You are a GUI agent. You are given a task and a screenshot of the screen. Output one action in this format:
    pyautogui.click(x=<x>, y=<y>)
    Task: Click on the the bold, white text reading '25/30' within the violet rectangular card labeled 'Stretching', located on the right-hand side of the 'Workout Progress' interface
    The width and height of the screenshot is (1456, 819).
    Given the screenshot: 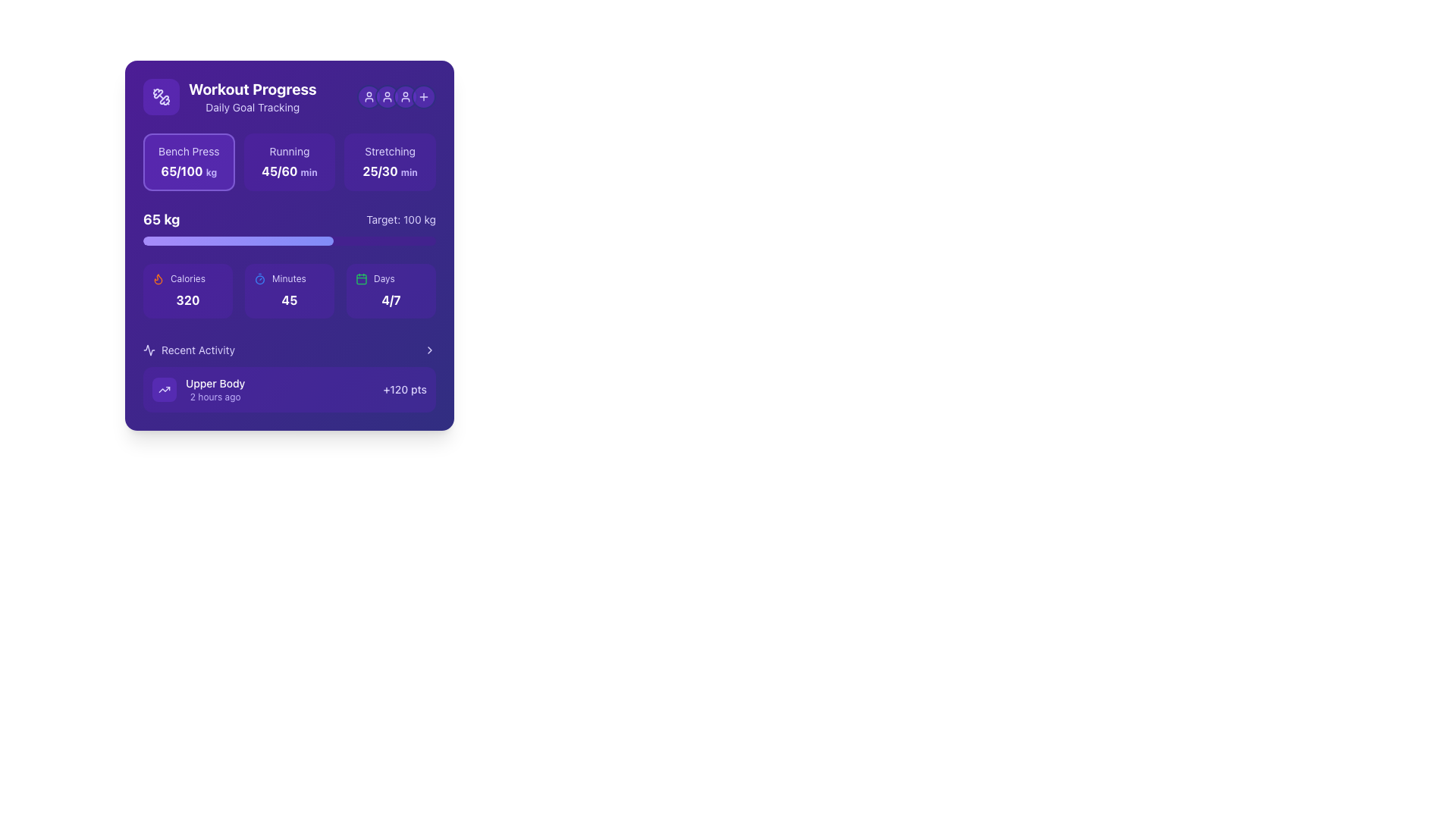 What is the action you would take?
    pyautogui.click(x=390, y=171)
    